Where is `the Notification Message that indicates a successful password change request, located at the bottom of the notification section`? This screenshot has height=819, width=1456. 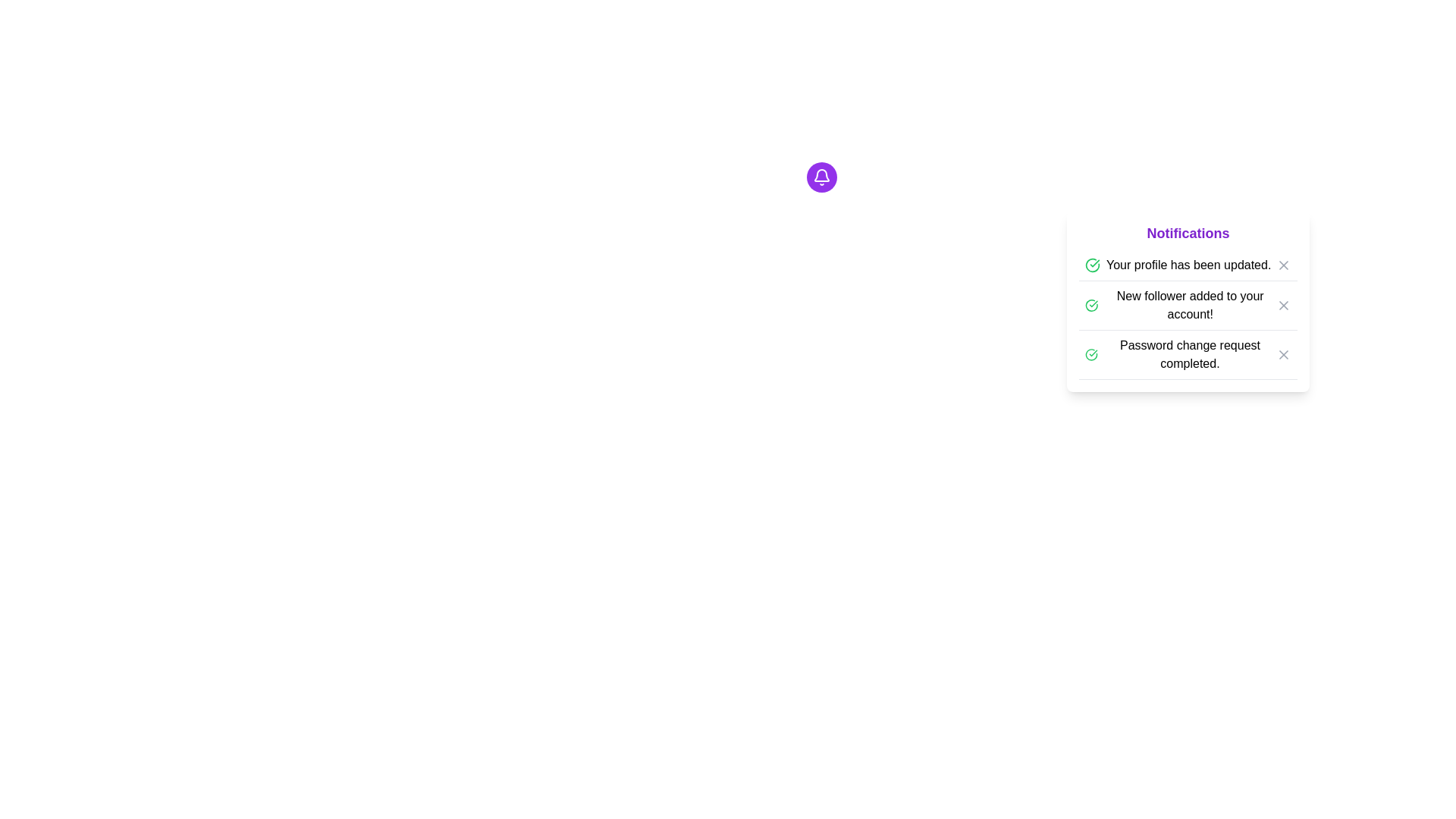 the Notification Message that indicates a successful password change request, located at the bottom of the notification section is located at coordinates (1189, 354).